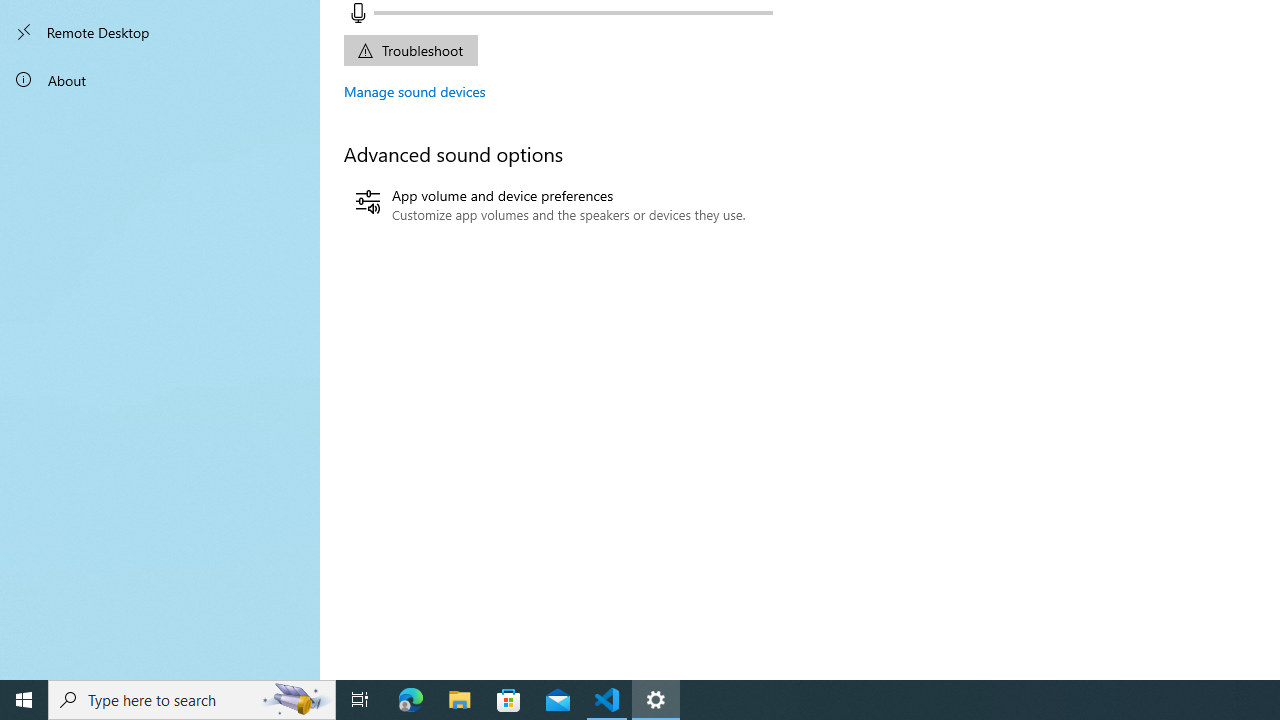 This screenshot has height=720, width=1280. What do you see at coordinates (551, 205) in the screenshot?
I see `'App volume and device preferences'` at bounding box center [551, 205].